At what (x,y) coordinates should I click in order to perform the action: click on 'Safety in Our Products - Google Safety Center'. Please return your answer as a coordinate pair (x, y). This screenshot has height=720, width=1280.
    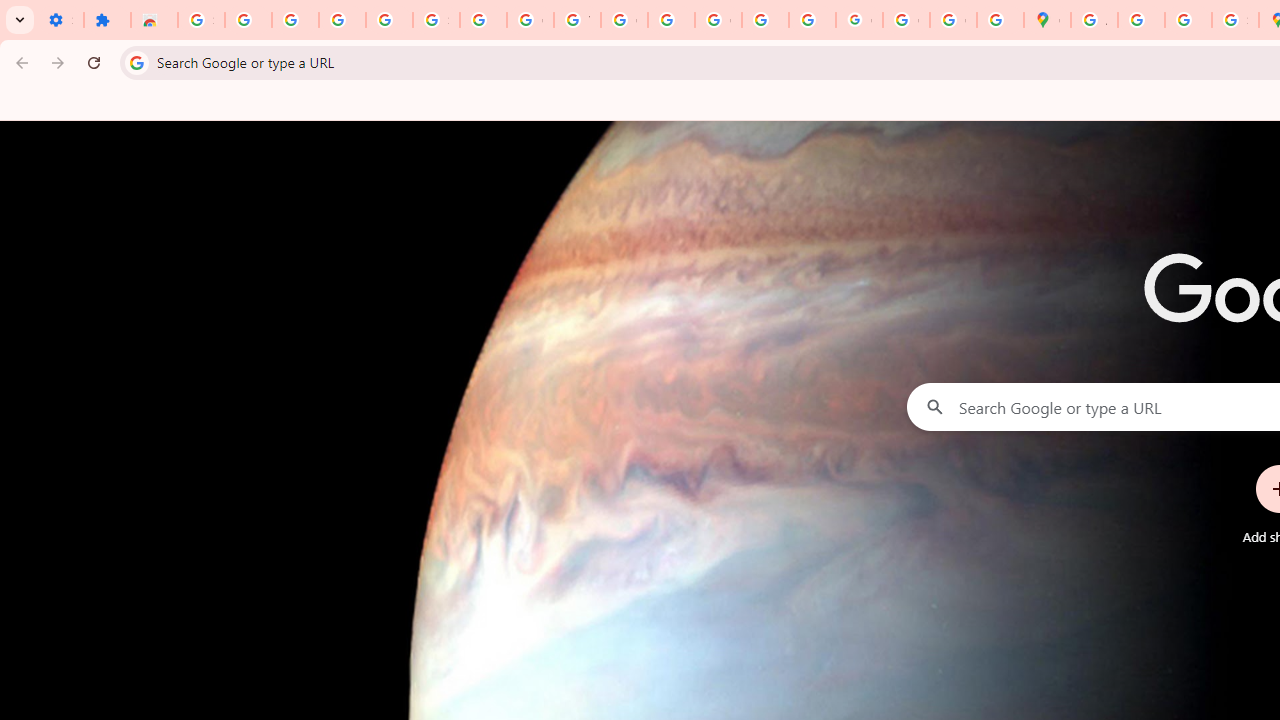
    Looking at the image, I should click on (1234, 20).